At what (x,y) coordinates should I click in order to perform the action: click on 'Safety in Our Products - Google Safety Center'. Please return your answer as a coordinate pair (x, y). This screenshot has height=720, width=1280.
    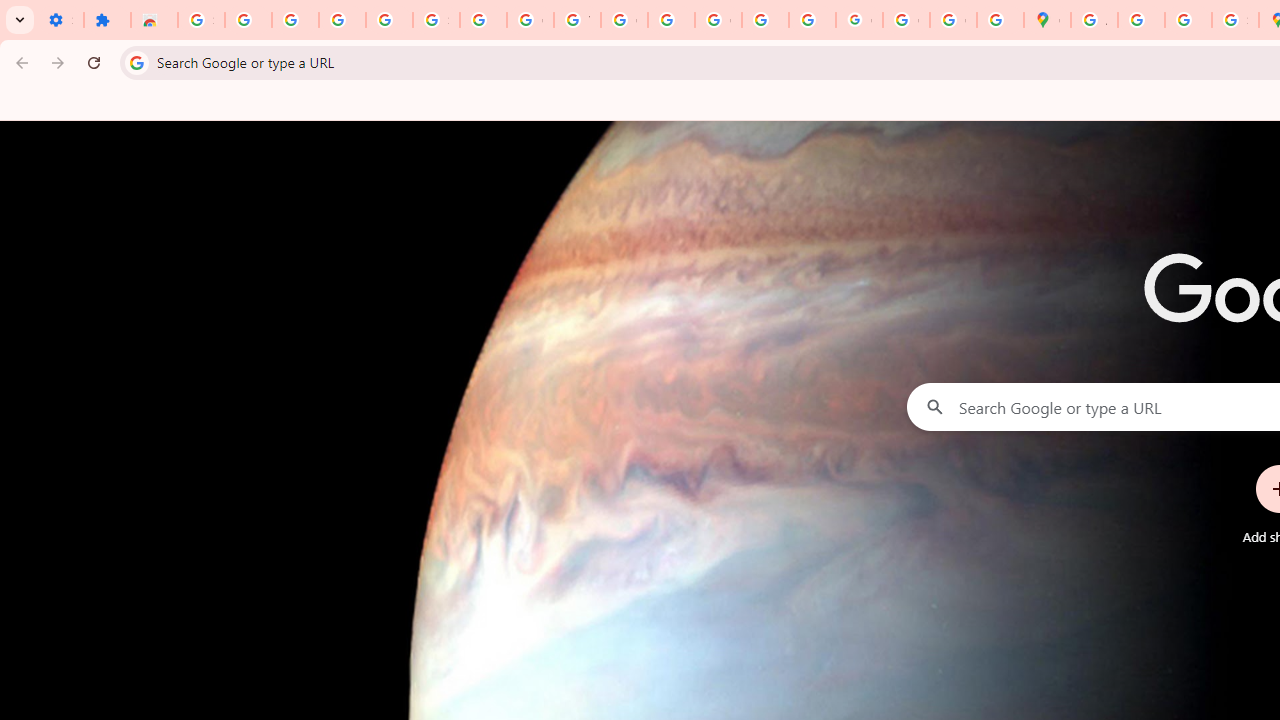
    Looking at the image, I should click on (1234, 20).